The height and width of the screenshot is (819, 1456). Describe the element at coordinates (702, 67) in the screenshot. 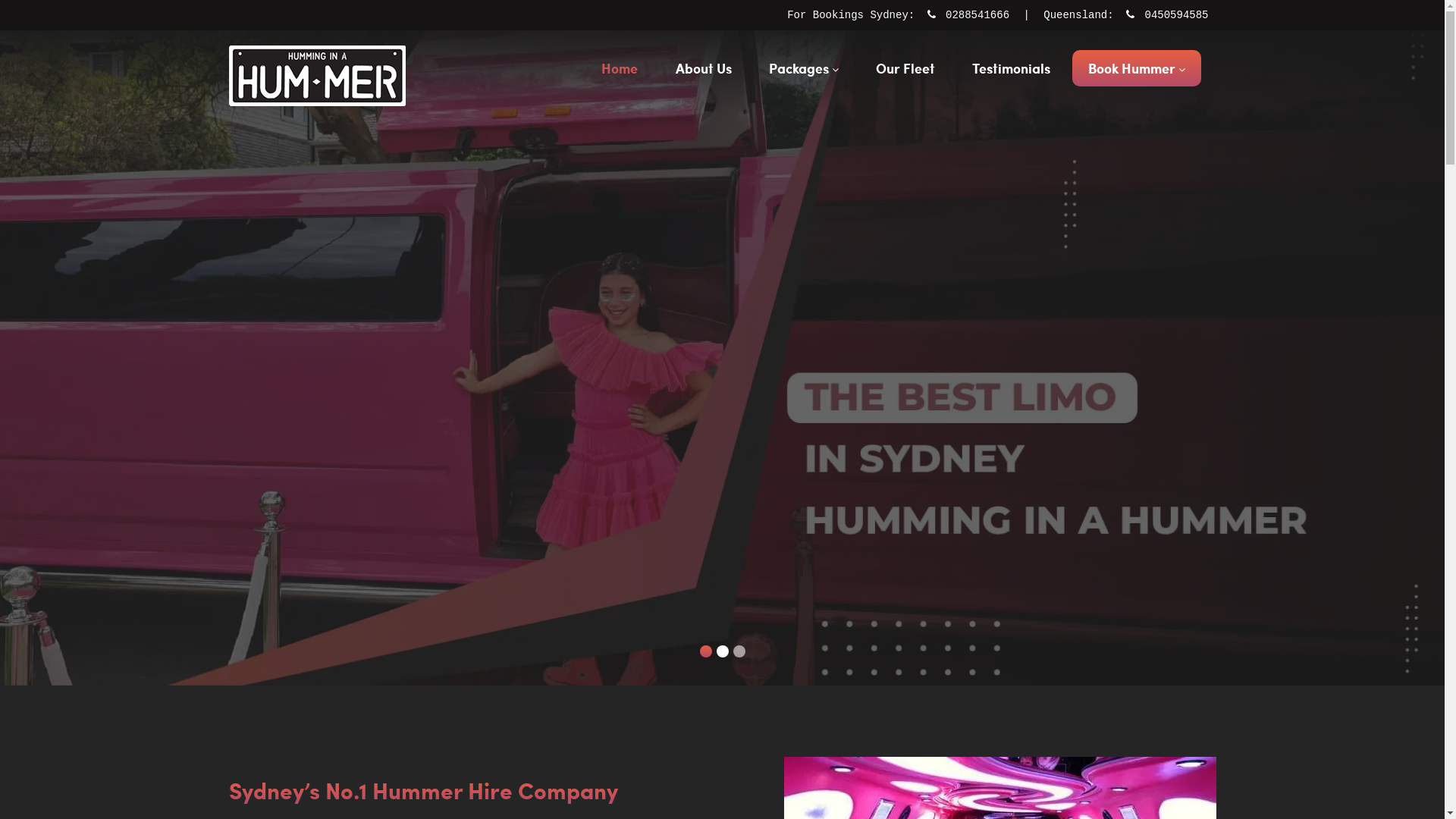

I see `'About Us'` at that location.